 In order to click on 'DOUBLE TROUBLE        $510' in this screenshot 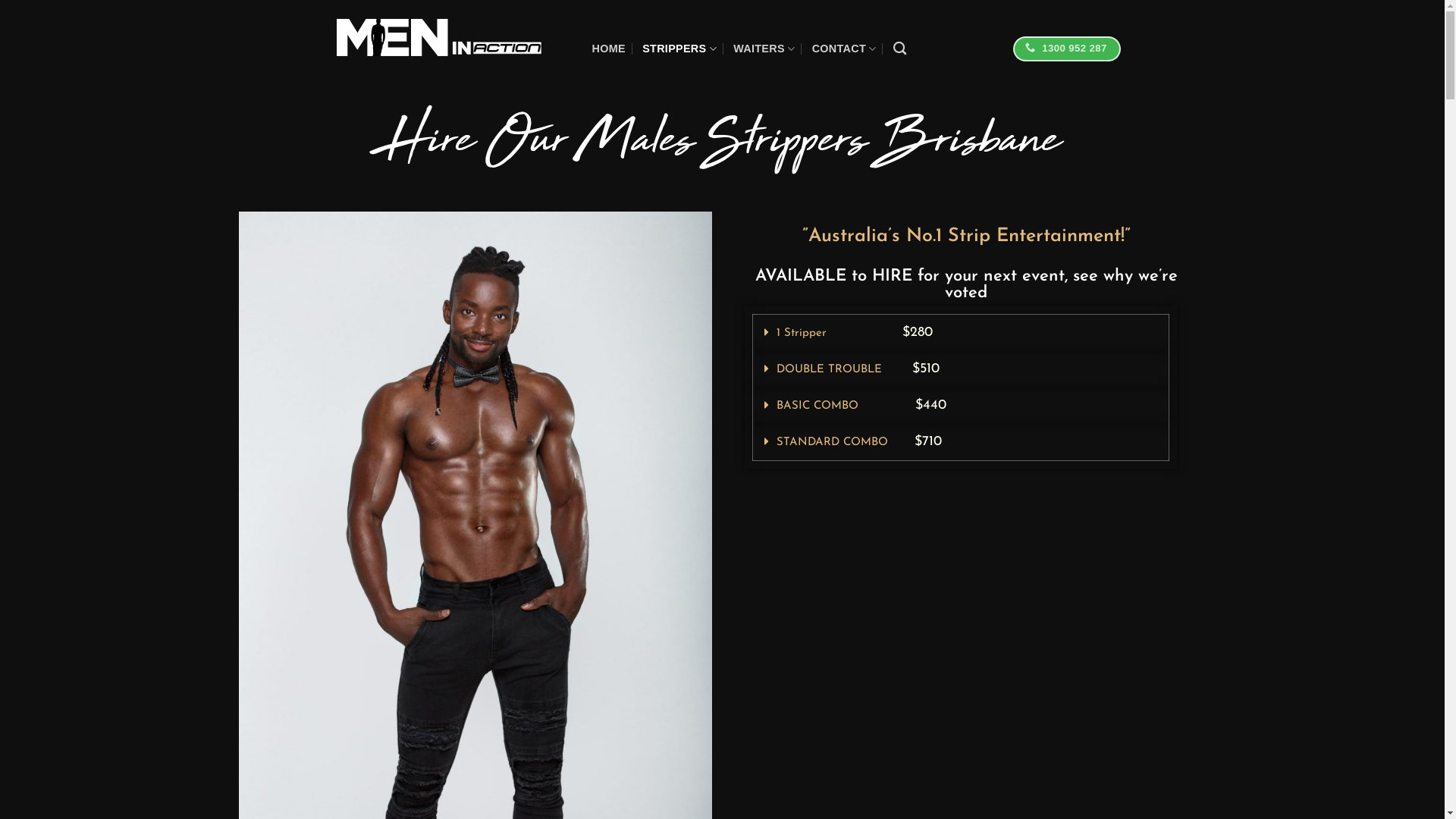, I will do `click(858, 369)`.